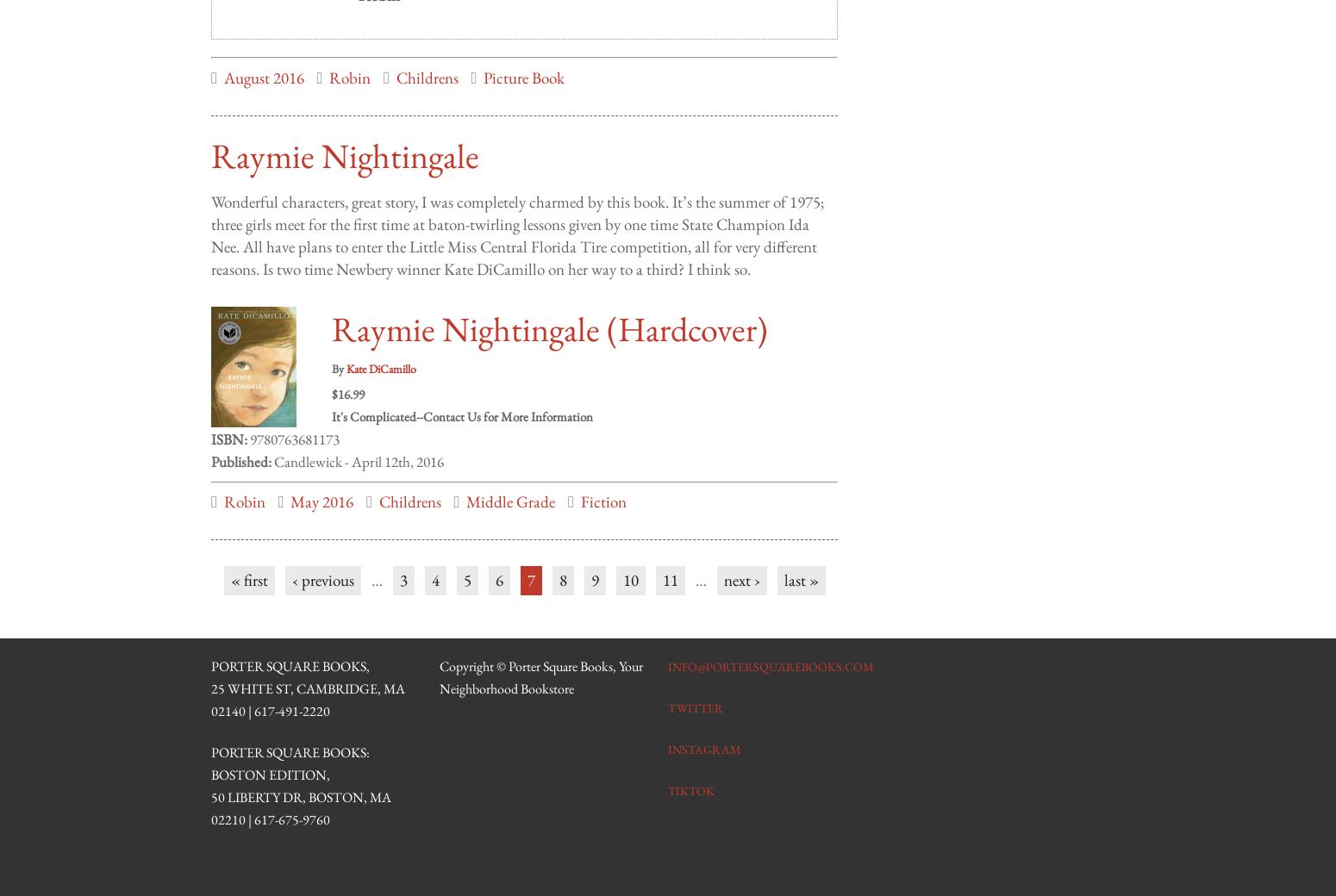 This screenshot has height=896, width=1336. What do you see at coordinates (248, 563) in the screenshot?
I see `'« first'` at bounding box center [248, 563].